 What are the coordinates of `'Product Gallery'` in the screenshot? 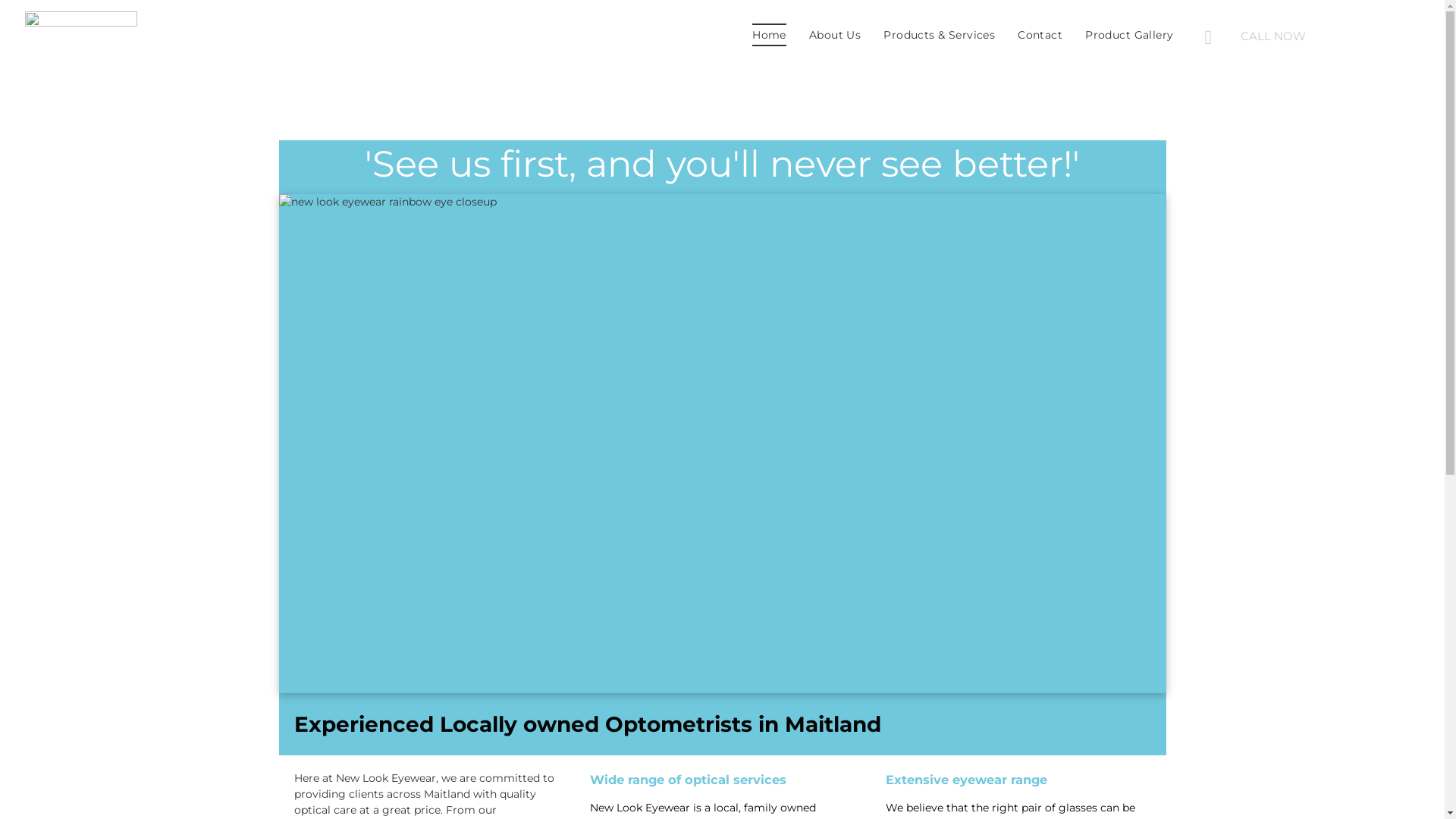 It's located at (1128, 34).